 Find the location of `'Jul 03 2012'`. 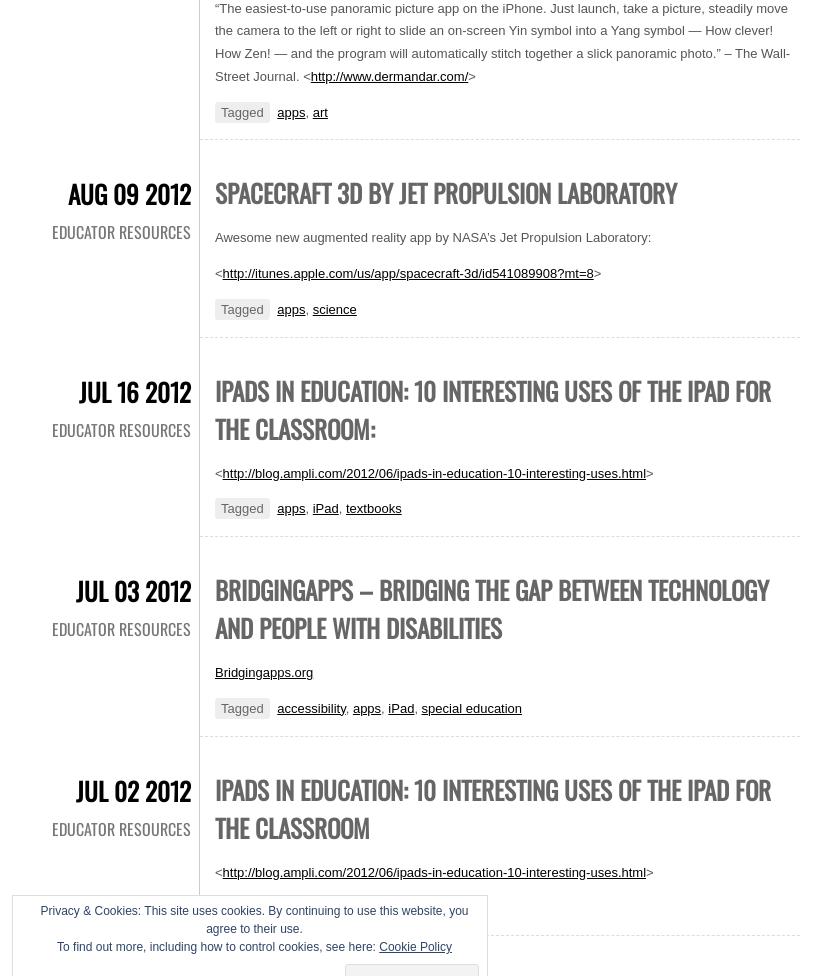

'Jul 03 2012' is located at coordinates (76, 590).